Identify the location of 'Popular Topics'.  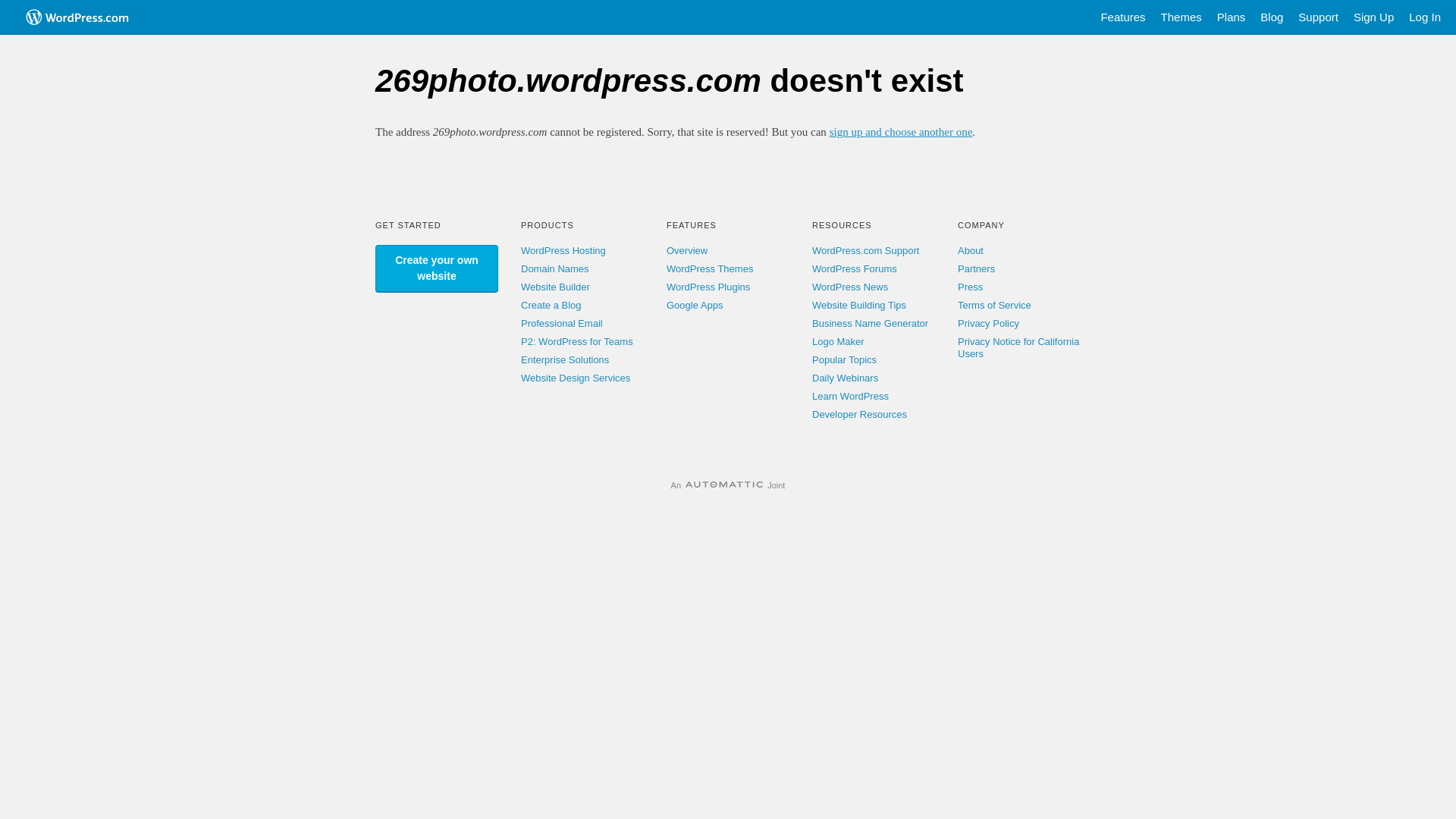
(811, 359).